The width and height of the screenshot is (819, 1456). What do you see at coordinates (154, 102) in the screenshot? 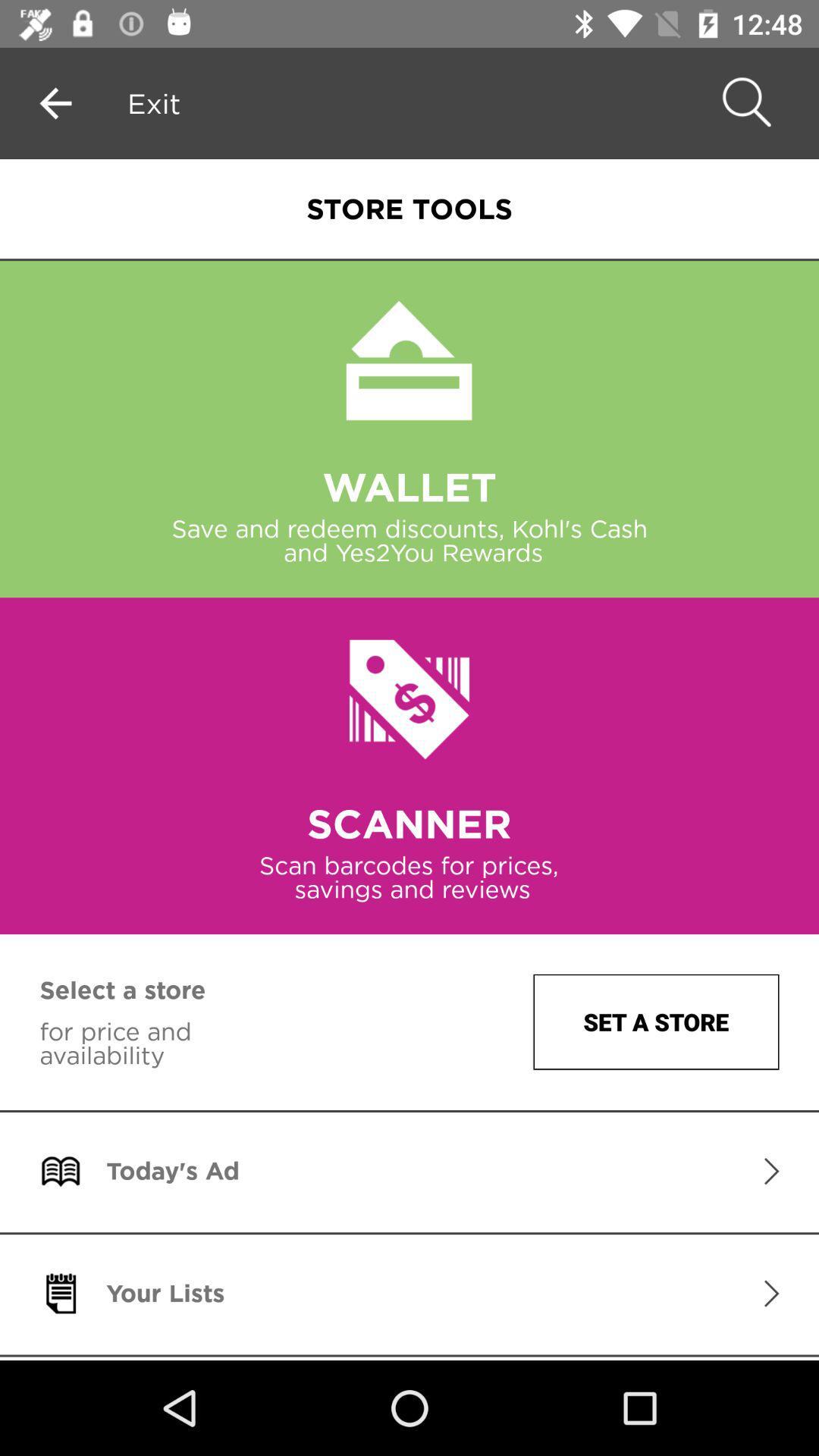
I see `exit icon` at bounding box center [154, 102].